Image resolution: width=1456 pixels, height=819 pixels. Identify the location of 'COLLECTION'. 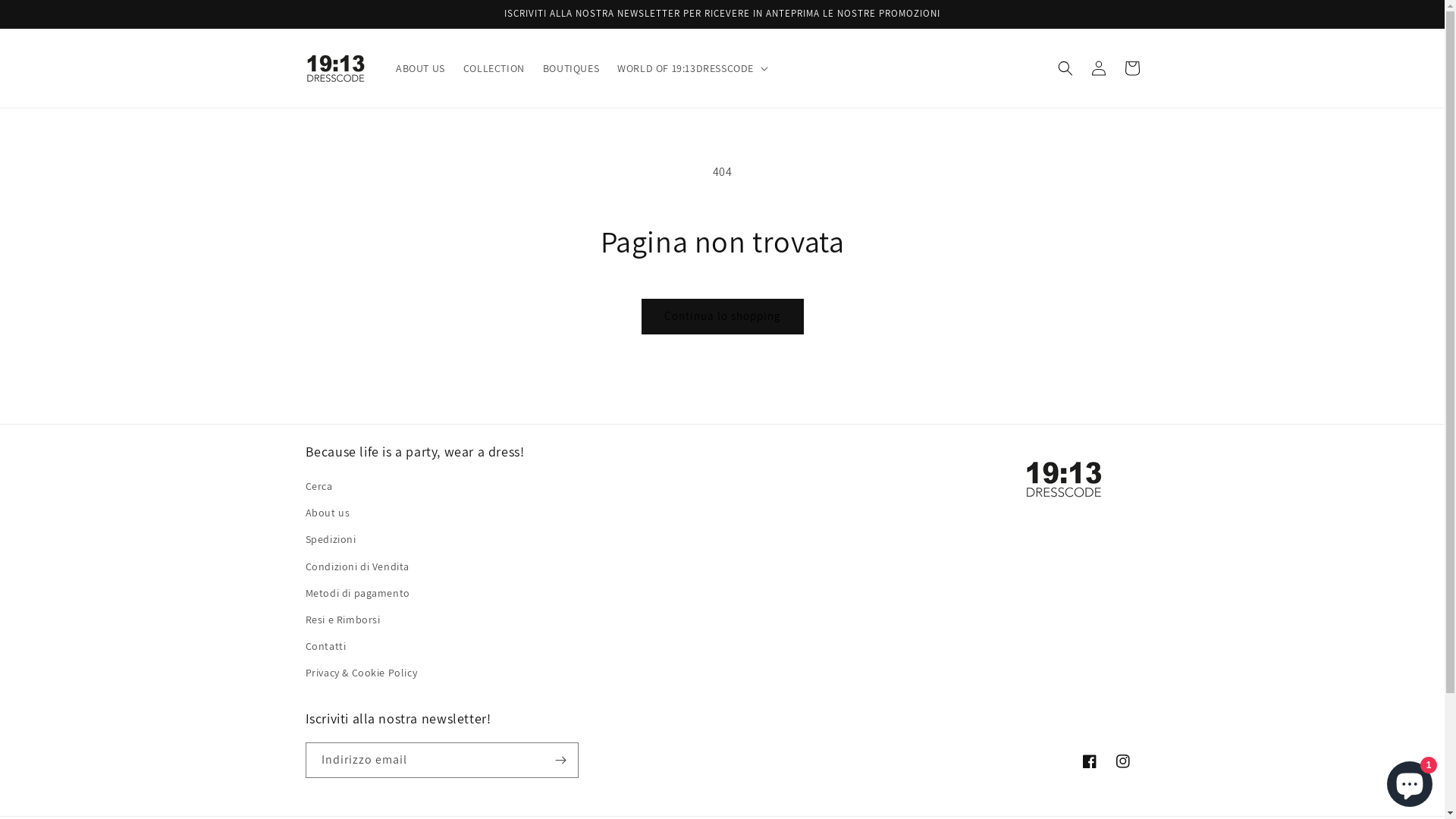
(494, 67).